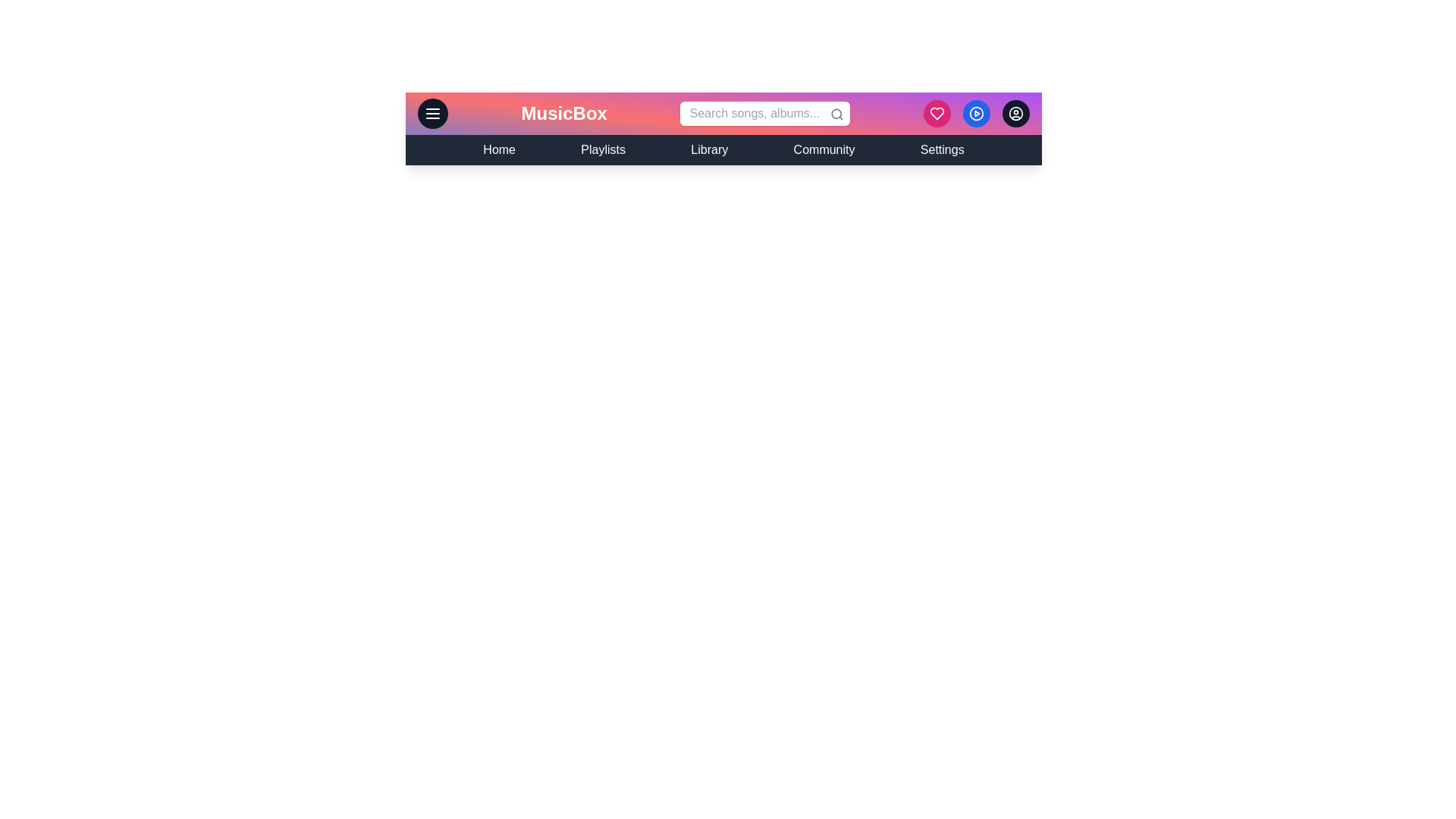 This screenshot has width=1456, height=819. Describe the element at coordinates (824, 149) in the screenshot. I see `the navigation link Community to navigate to the respective section` at that location.